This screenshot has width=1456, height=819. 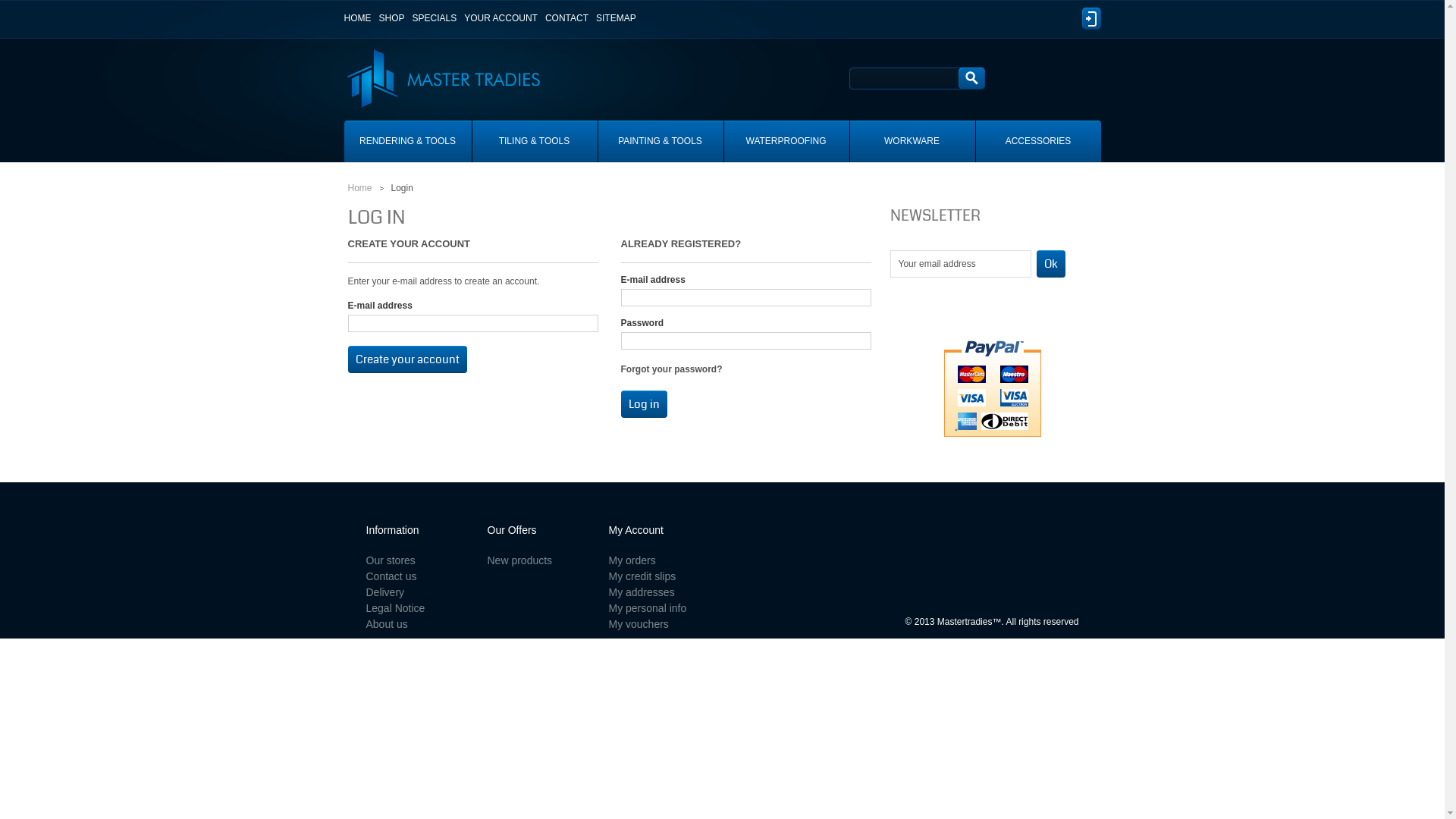 I want to click on 'ACCESSORIES', so click(x=1037, y=141).